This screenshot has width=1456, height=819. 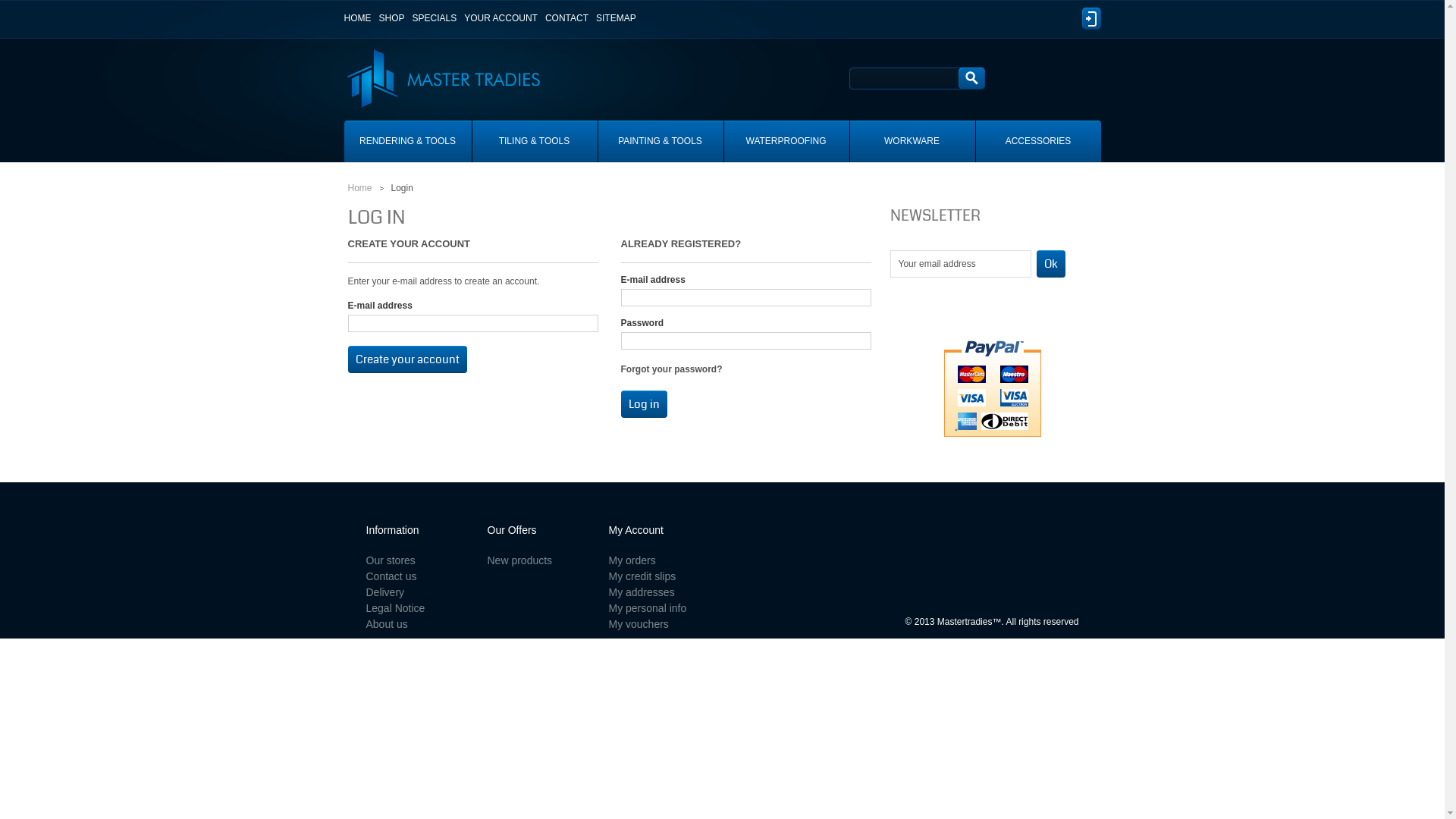 I want to click on 'ACCESSORIES', so click(x=1037, y=141).